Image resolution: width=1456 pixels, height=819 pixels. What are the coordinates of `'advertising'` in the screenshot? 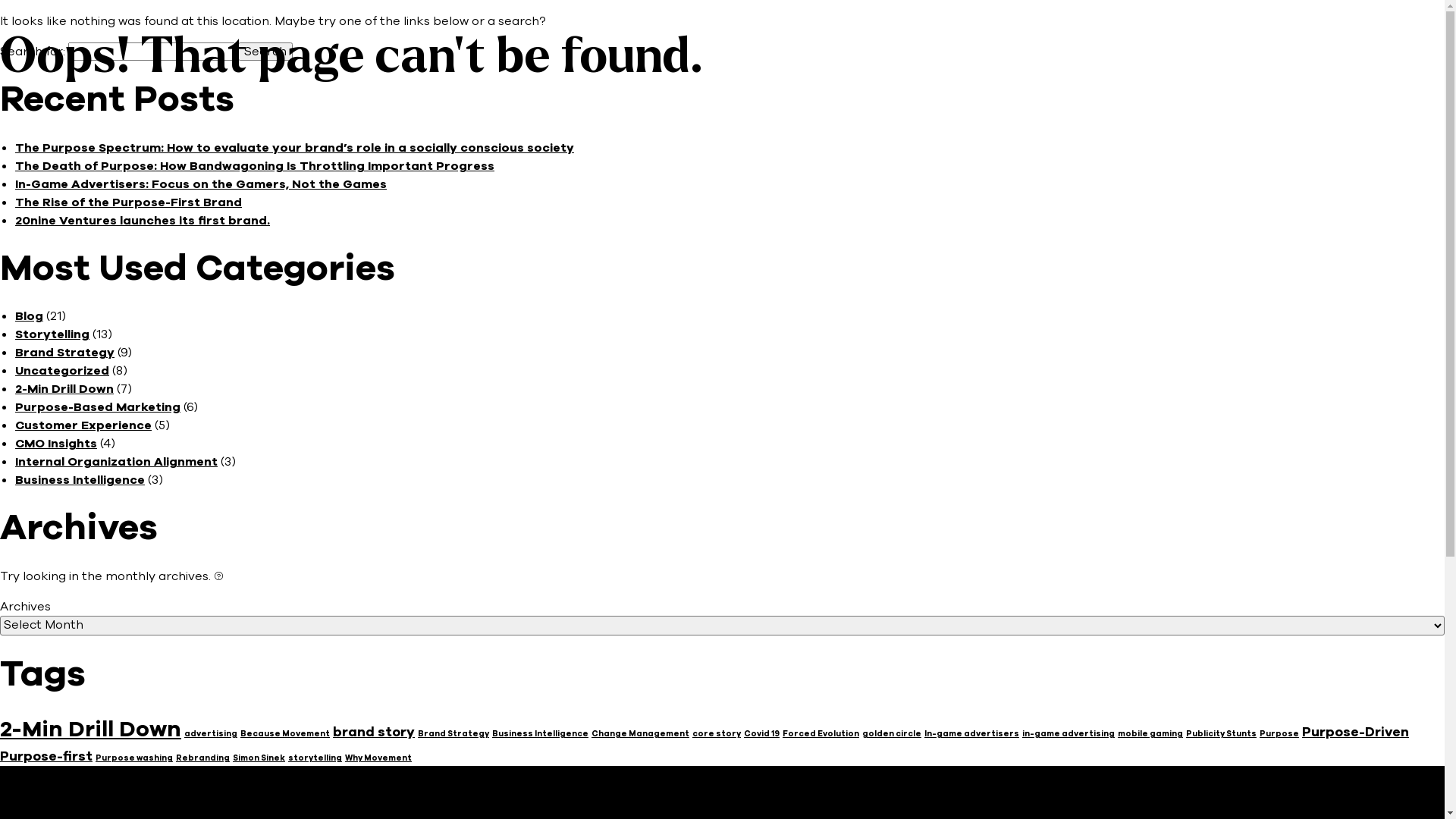 It's located at (210, 733).